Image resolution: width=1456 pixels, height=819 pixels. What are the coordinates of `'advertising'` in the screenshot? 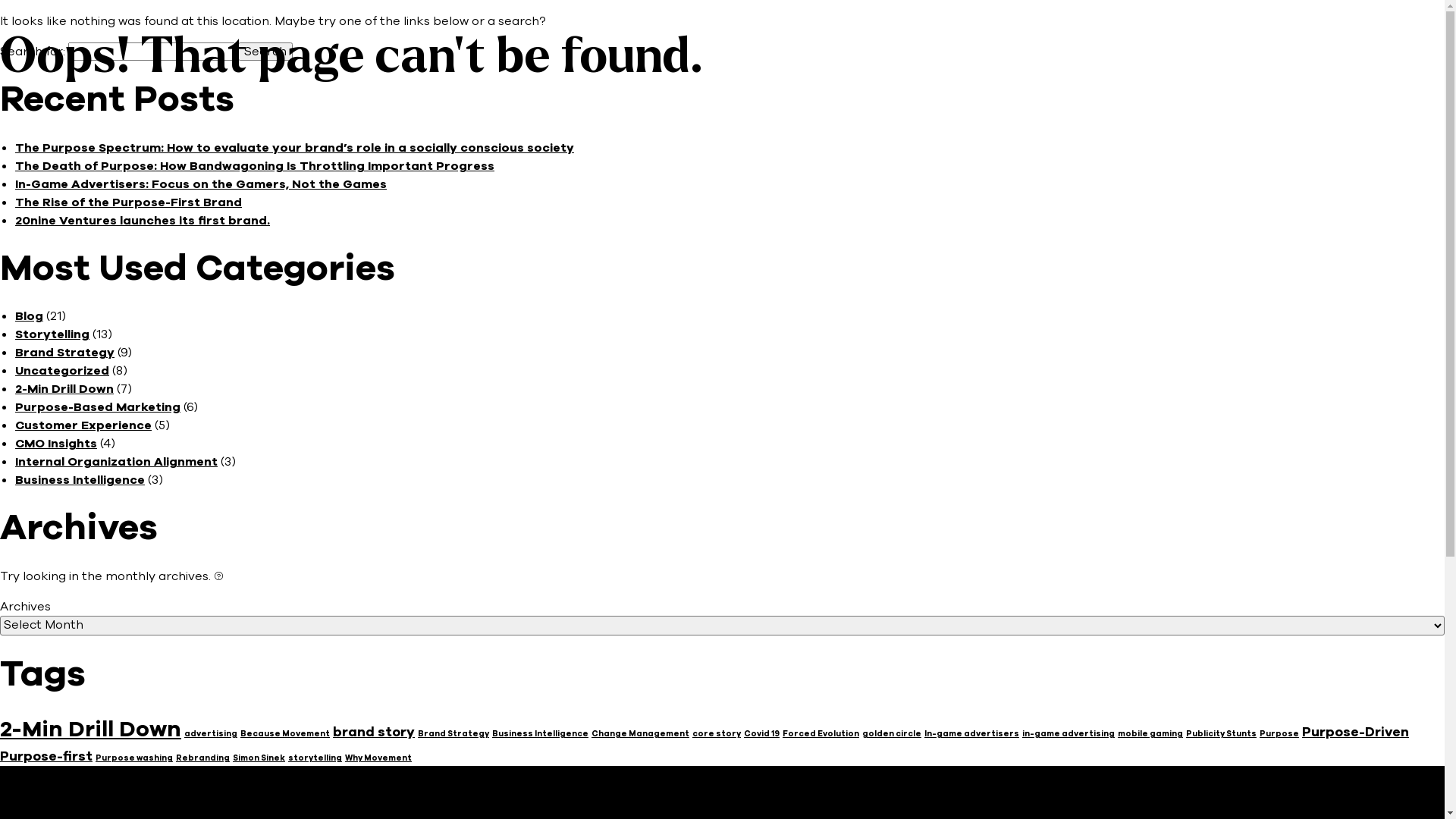 It's located at (210, 733).